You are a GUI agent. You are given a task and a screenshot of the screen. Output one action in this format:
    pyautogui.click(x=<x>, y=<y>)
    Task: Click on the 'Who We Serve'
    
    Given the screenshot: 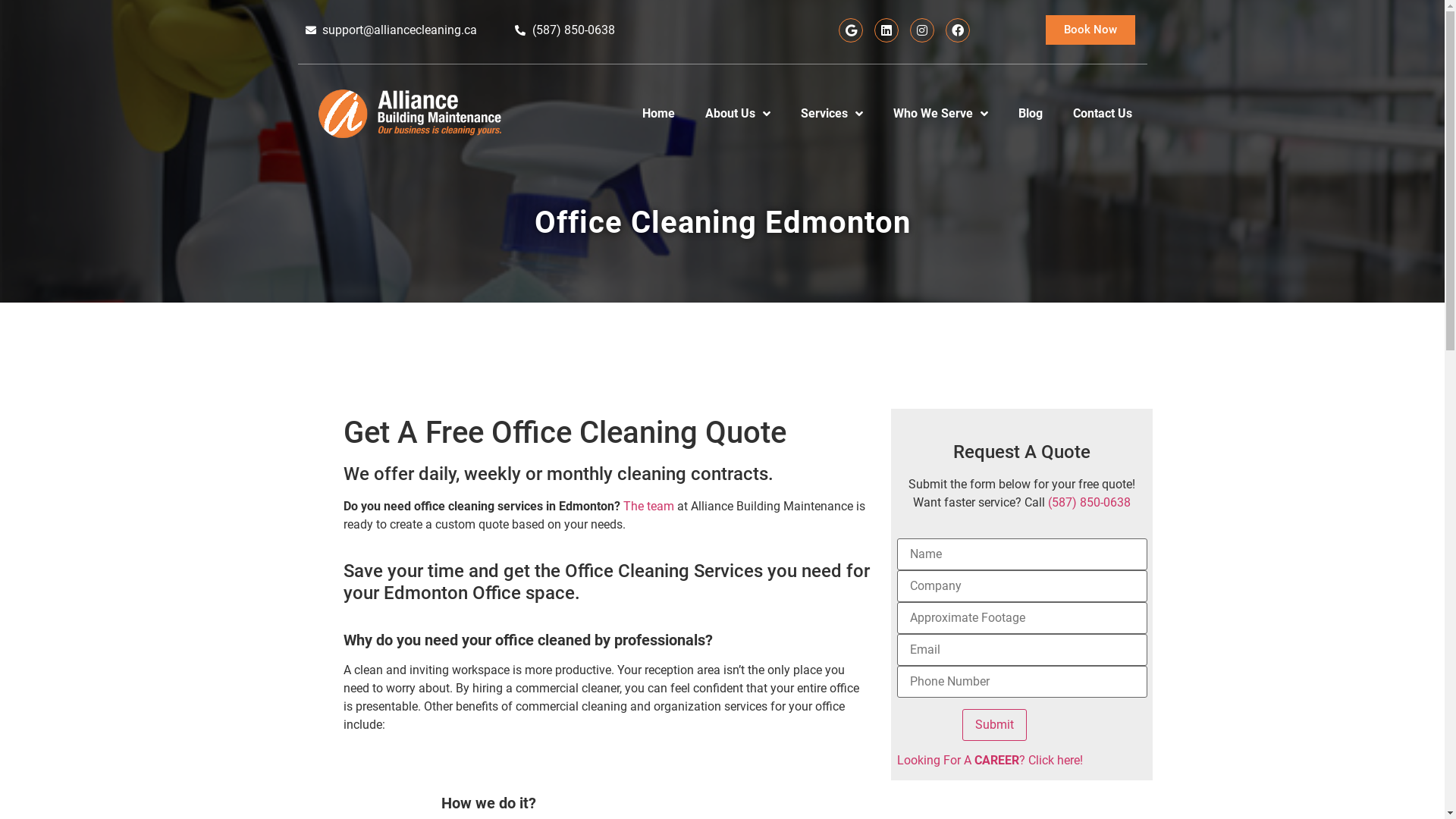 What is the action you would take?
    pyautogui.click(x=940, y=114)
    